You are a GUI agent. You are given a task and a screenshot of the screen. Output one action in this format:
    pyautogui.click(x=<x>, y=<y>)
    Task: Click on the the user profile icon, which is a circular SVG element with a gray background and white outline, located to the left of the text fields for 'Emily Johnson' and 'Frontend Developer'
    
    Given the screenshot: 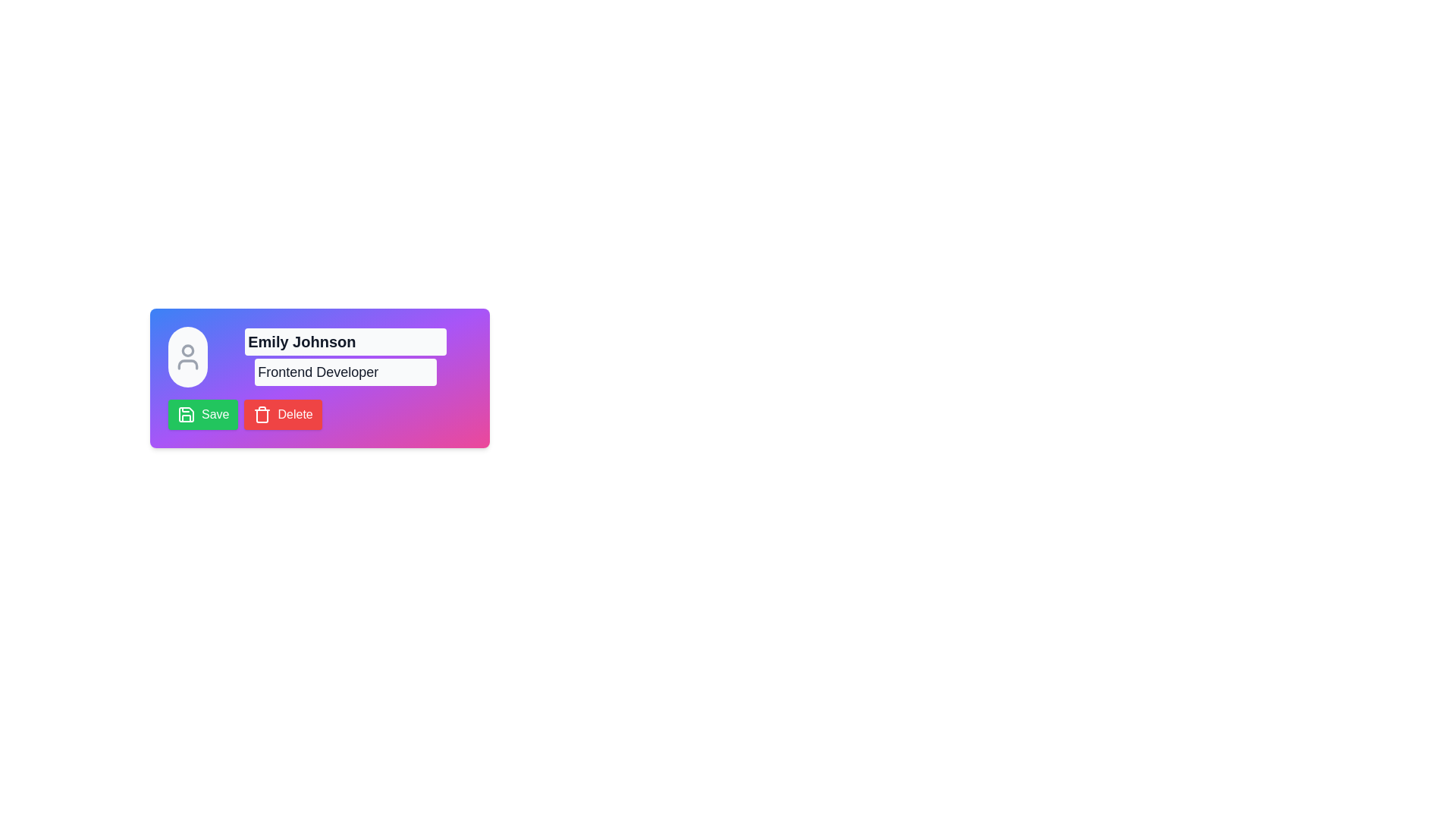 What is the action you would take?
    pyautogui.click(x=187, y=356)
    